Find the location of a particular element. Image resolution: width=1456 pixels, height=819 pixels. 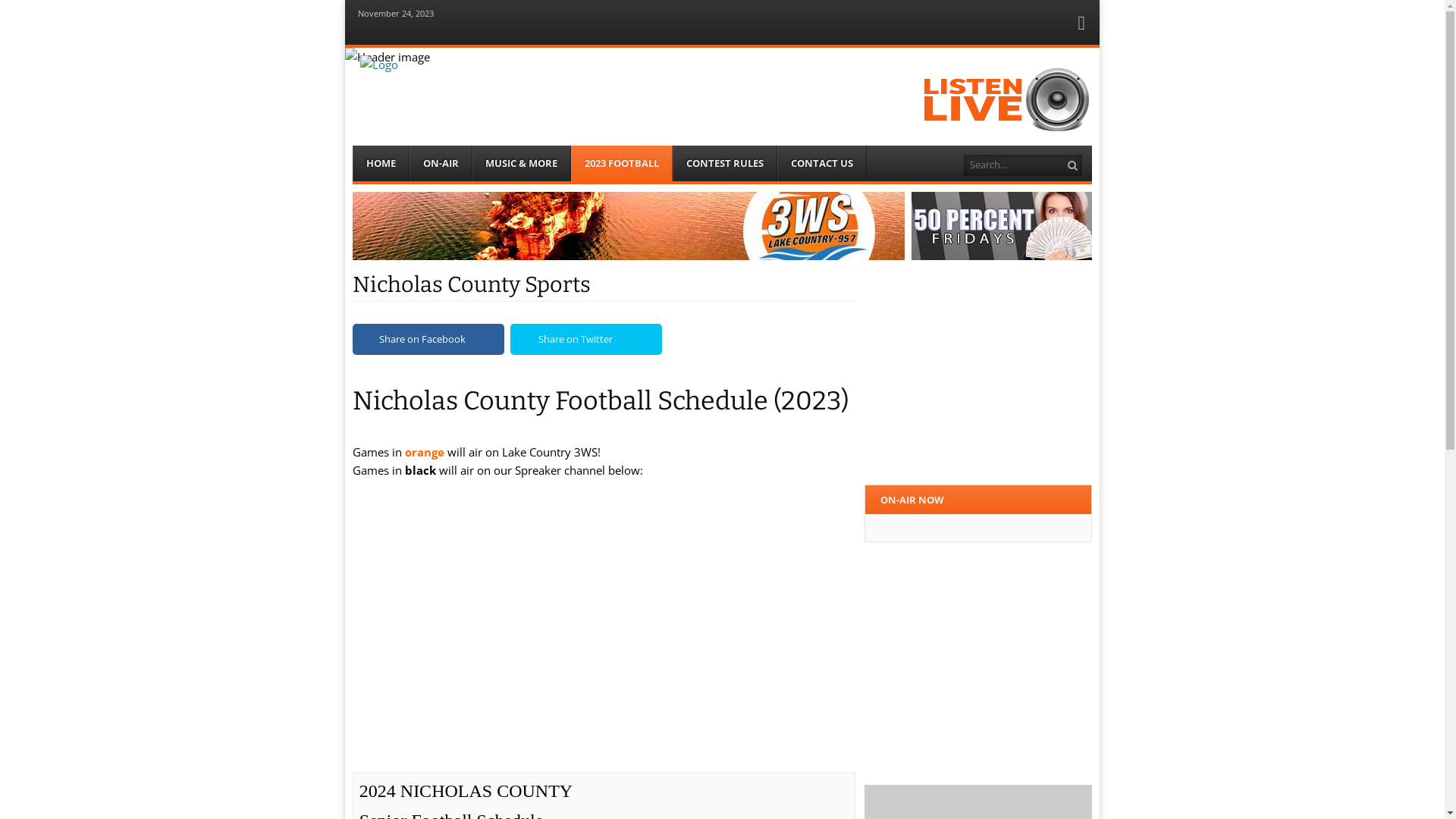

'ON-AIR' is located at coordinates (409, 163).